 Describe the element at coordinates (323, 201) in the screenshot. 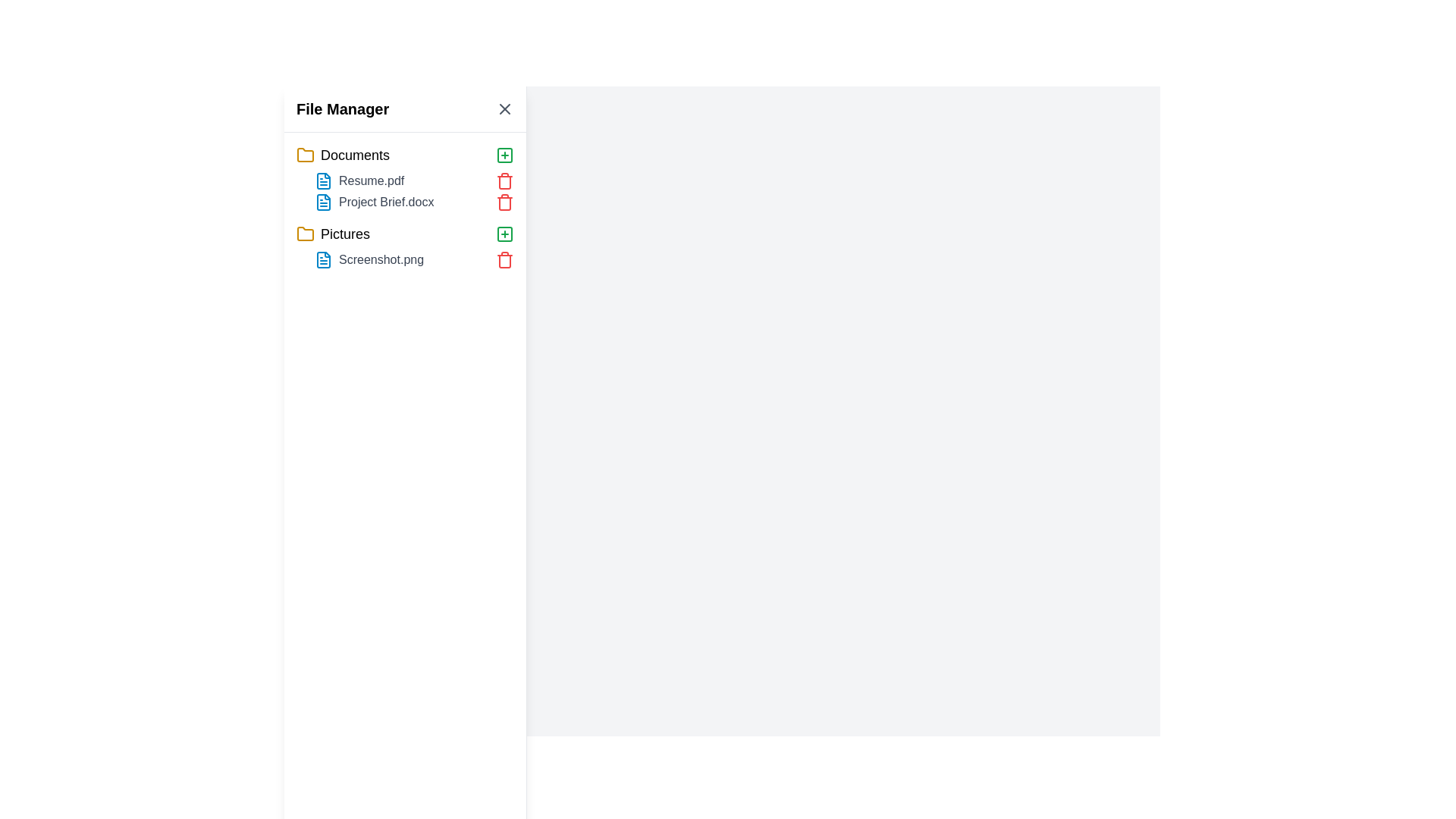

I see `the document icon representing the file 'Project Brief.docx'` at that location.